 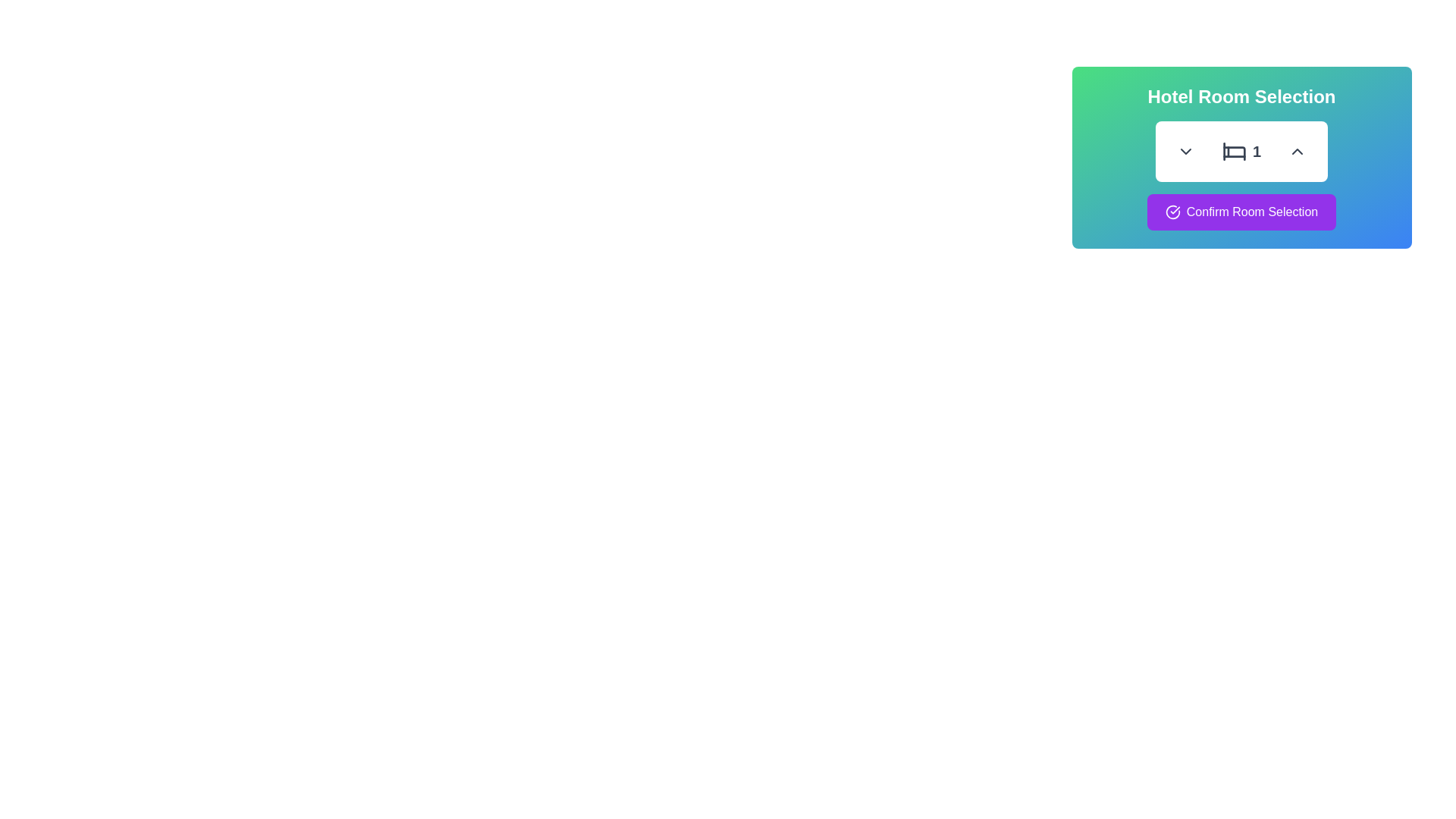 What do you see at coordinates (1172, 212) in the screenshot?
I see `the decorative icon located to the left of the 'Confirm Room Selection' text within the purple button at the bottom of the card` at bounding box center [1172, 212].